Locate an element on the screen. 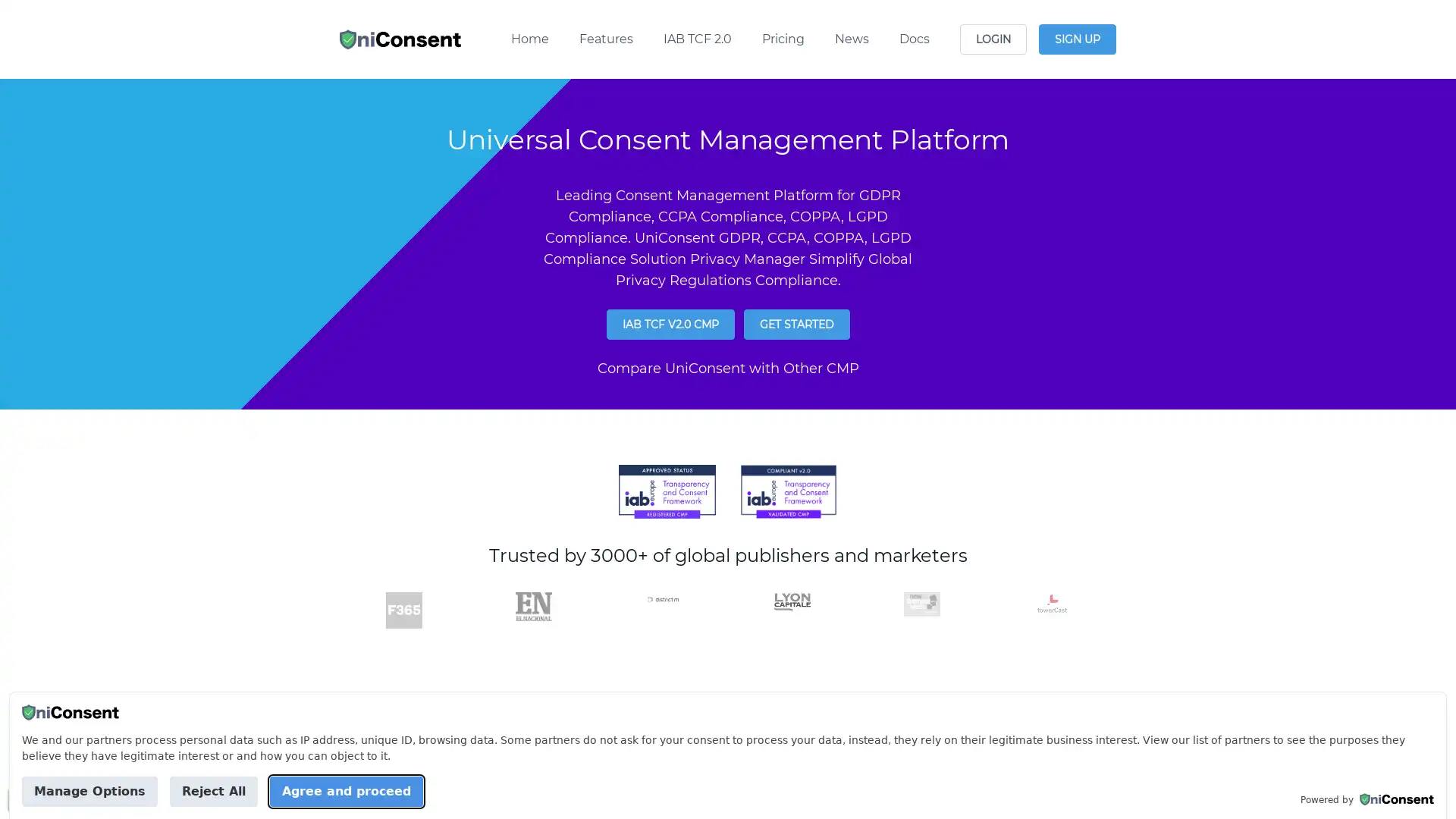 This screenshot has height=819, width=1456. Reject All is located at coordinates (213, 791).